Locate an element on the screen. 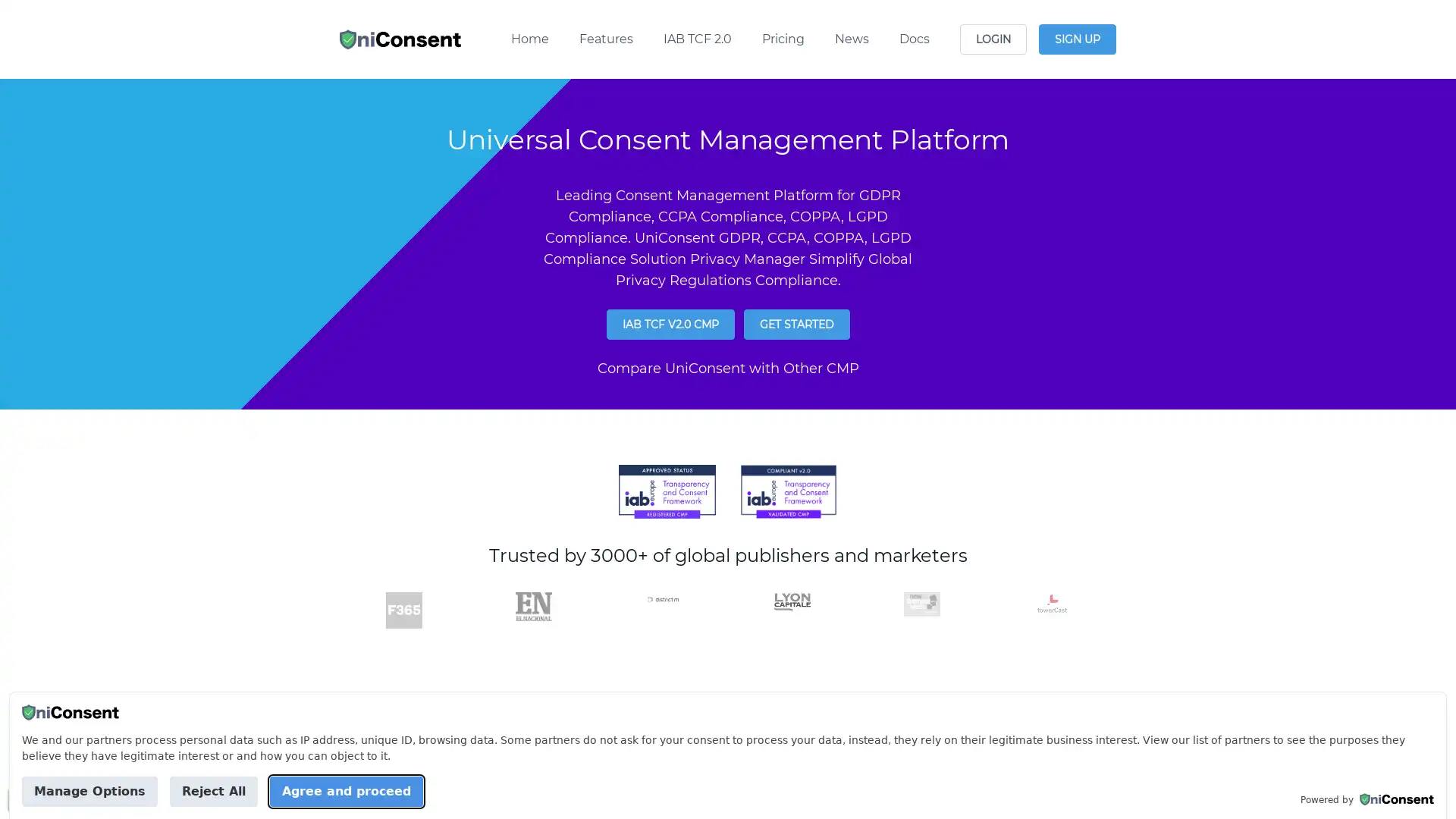 This screenshot has height=819, width=1456. Reject All is located at coordinates (213, 791).